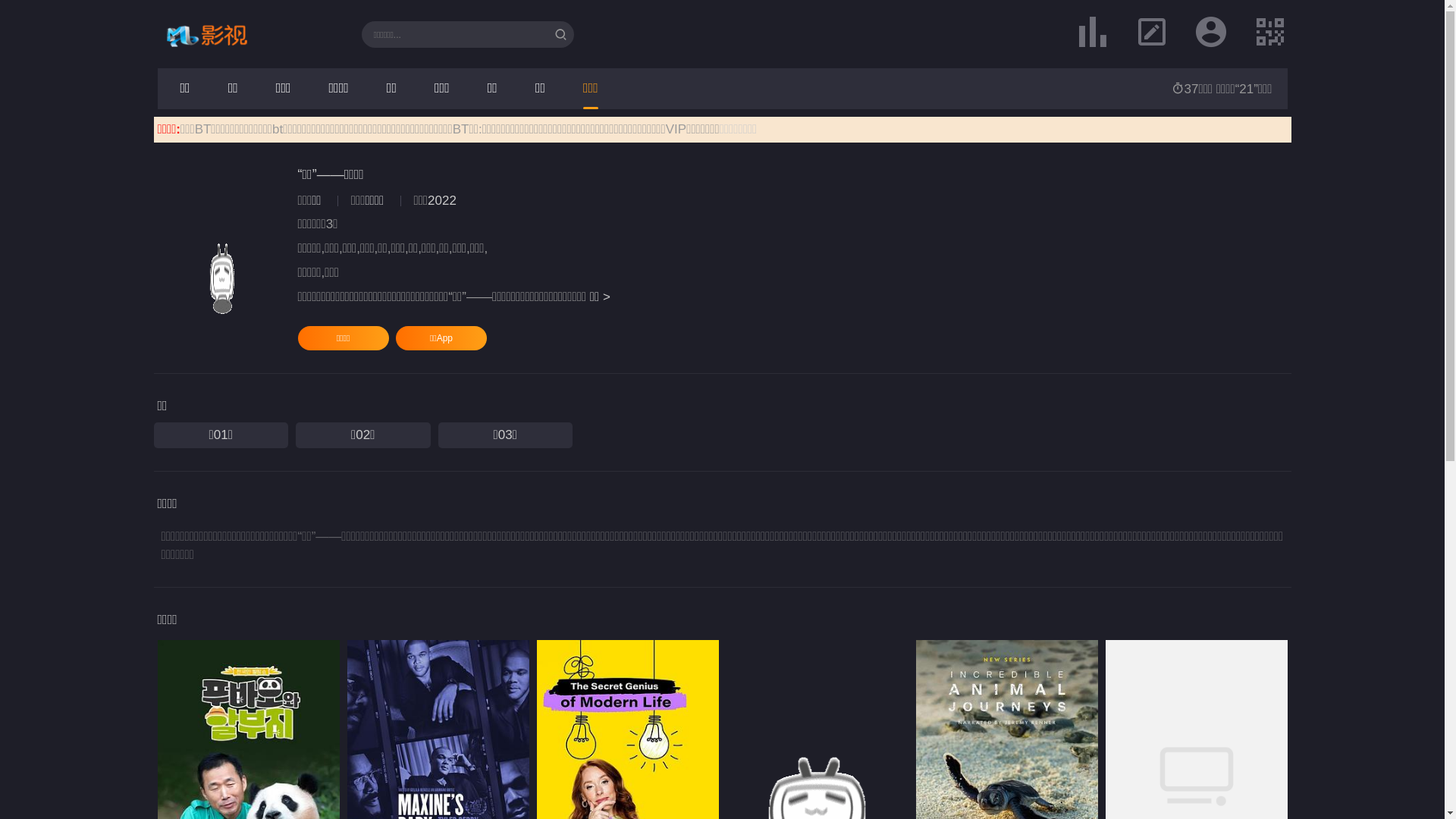 The width and height of the screenshot is (1456, 819). Describe the element at coordinates (441, 199) in the screenshot. I see `'2022'` at that location.